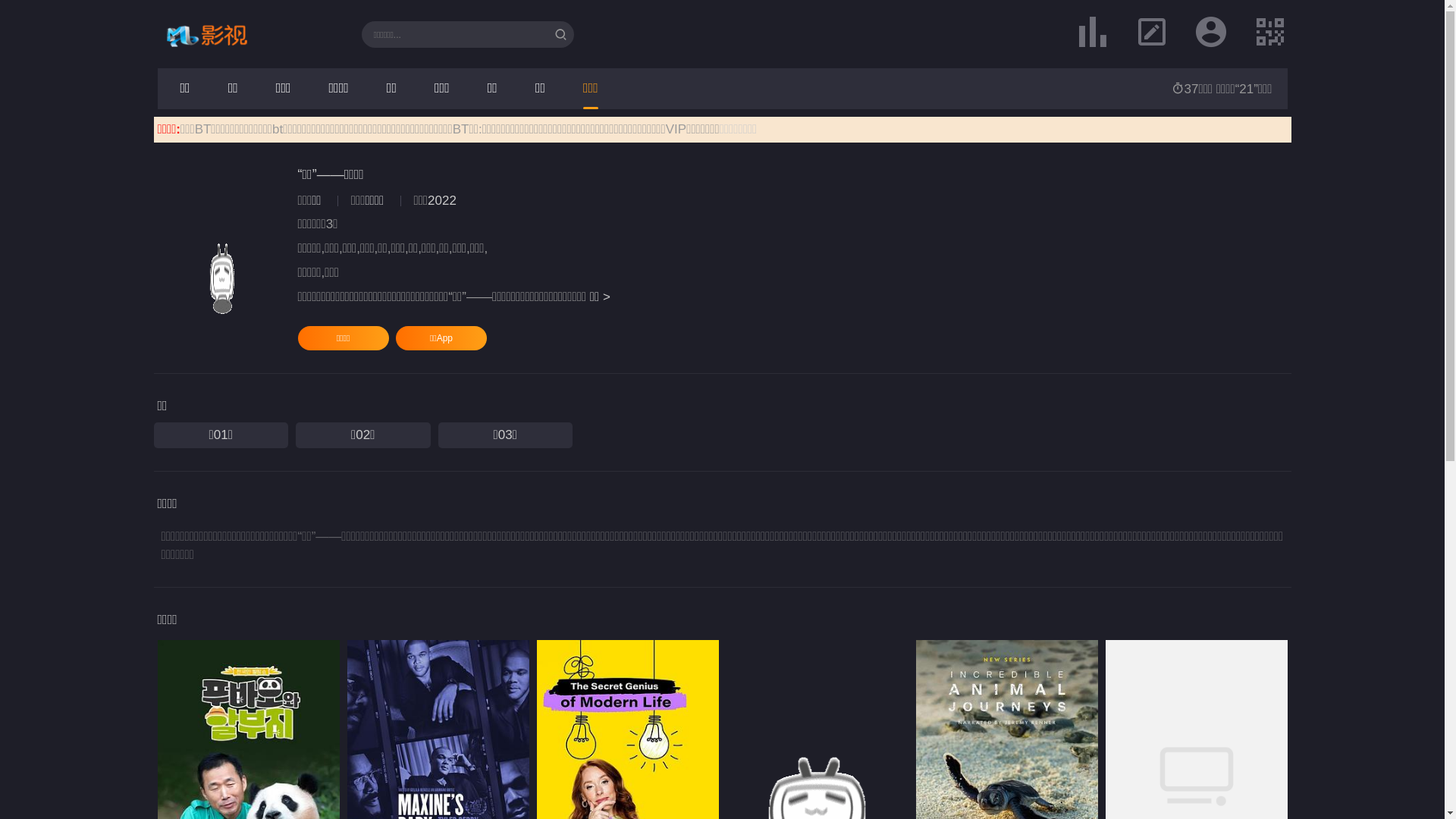 The width and height of the screenshot is (1456, 819). Describe the element at coordinates (441, 199) in the screenshot. I see `'2022'` at that location.